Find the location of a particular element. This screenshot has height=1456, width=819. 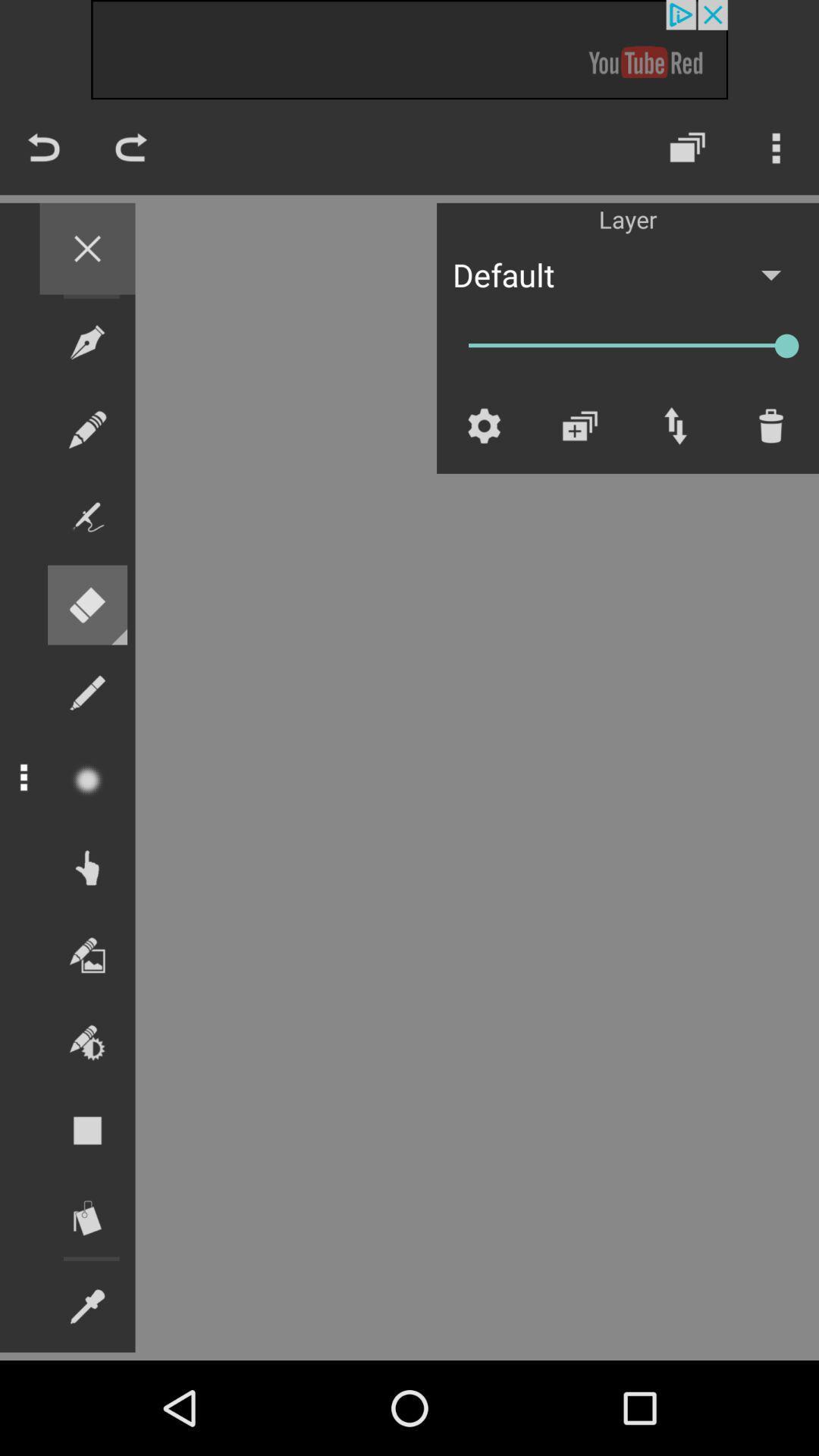

the layers icon is located at coordinates (687, 147).